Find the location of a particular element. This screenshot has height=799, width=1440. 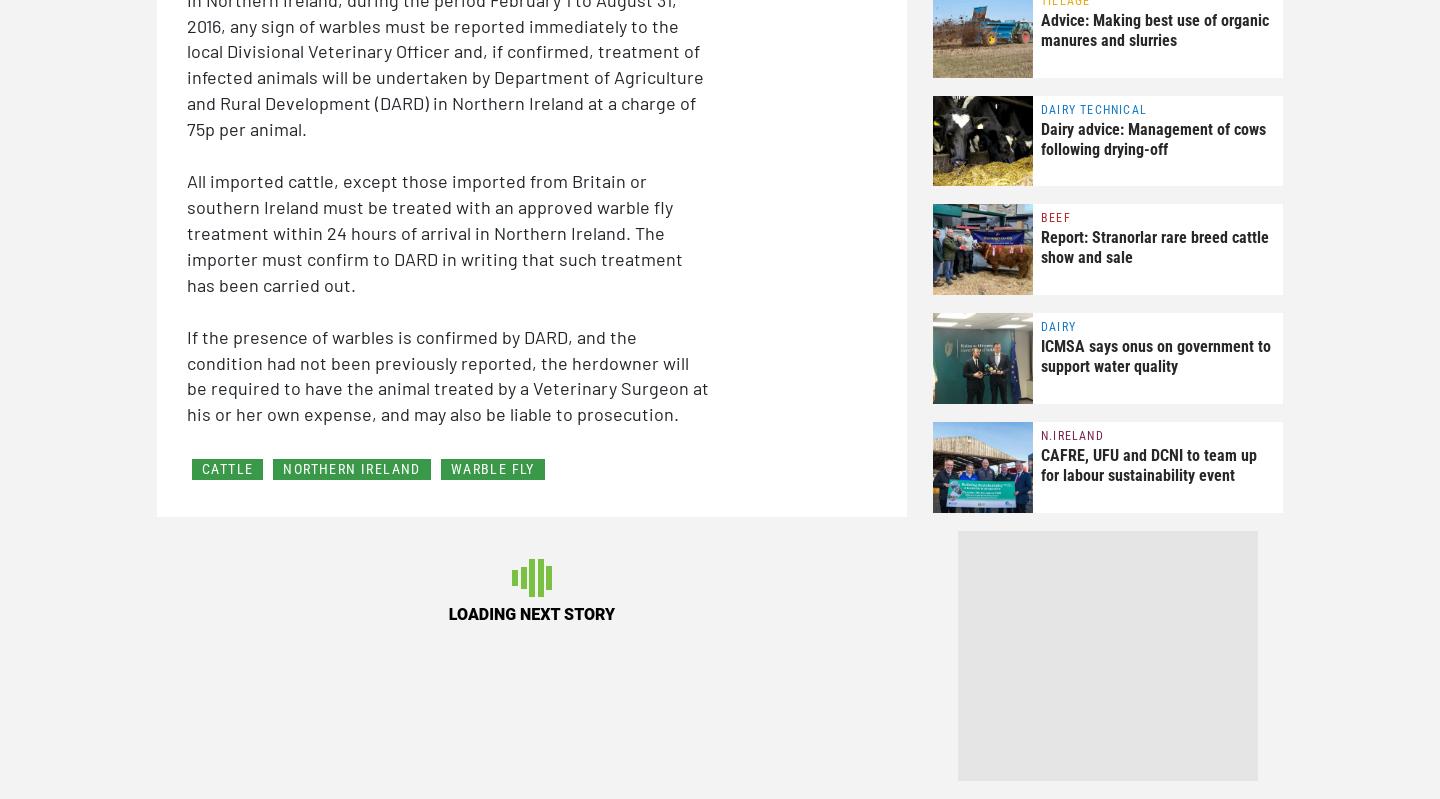

'CATTLE' is located at coordinates (227, 468).